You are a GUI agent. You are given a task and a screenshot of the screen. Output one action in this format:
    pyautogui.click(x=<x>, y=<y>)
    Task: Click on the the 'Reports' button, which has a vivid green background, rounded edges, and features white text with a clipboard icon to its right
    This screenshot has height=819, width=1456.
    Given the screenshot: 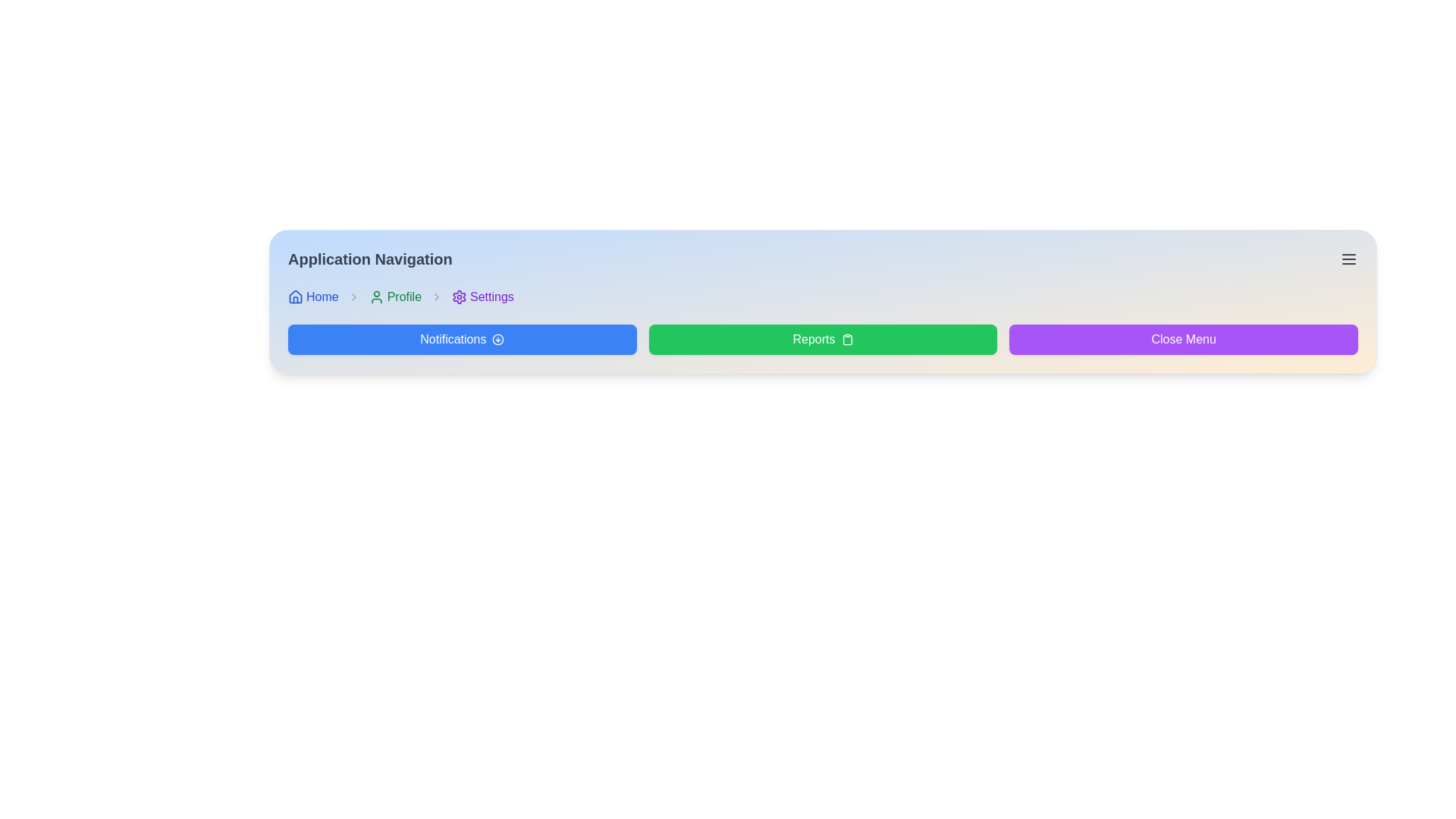 What is the action you would take?
    pyautogui.click(x=822, y=338)
    